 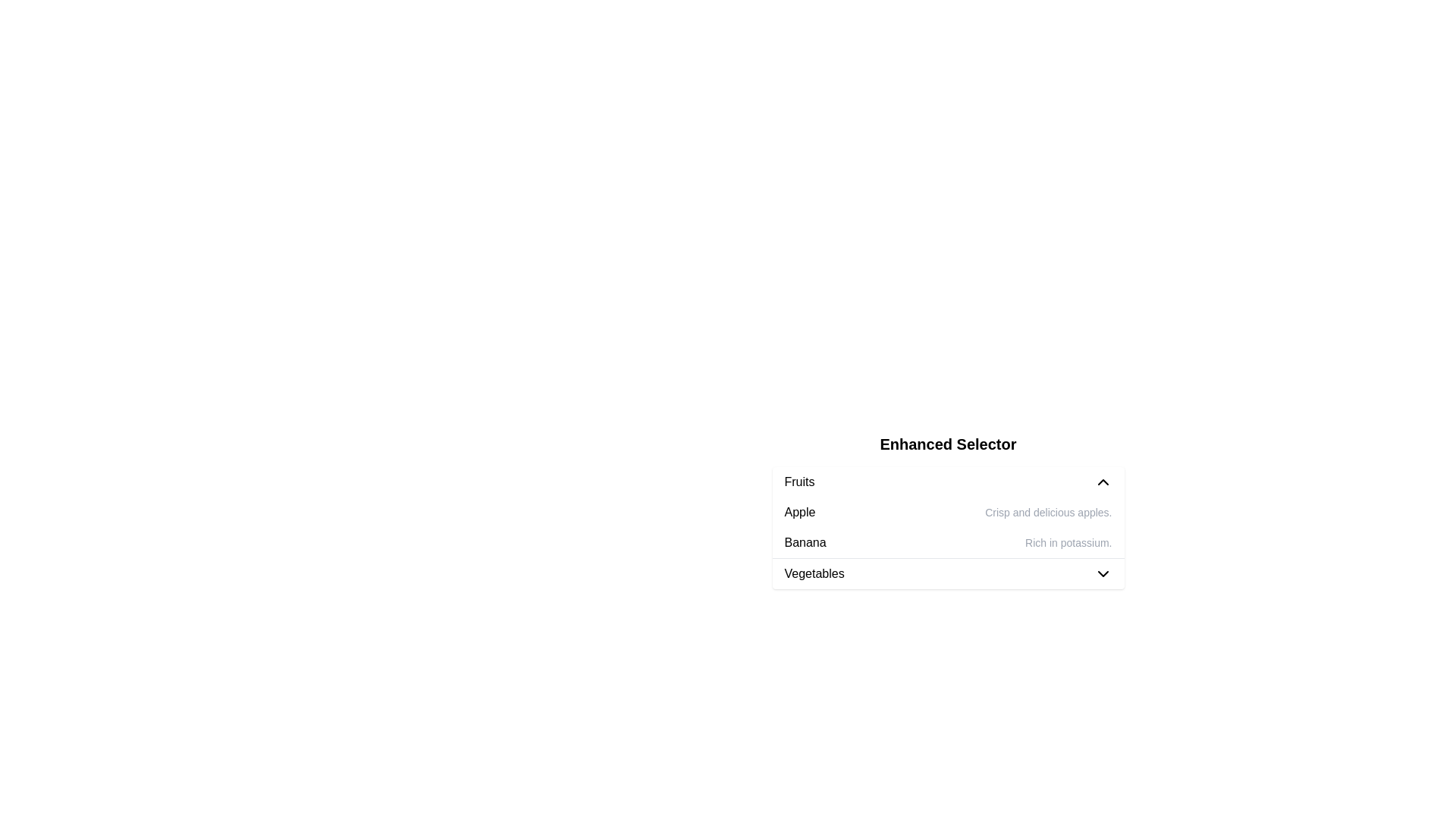 What do you see at coordinates (947, 511) in the screenshot?
I see `the sub-item 'Apple' within the Dropdown panel titled 'Enhanced Selector', which is displayed in a clean, bordered, white background panel` at bounding box center [947, 511].